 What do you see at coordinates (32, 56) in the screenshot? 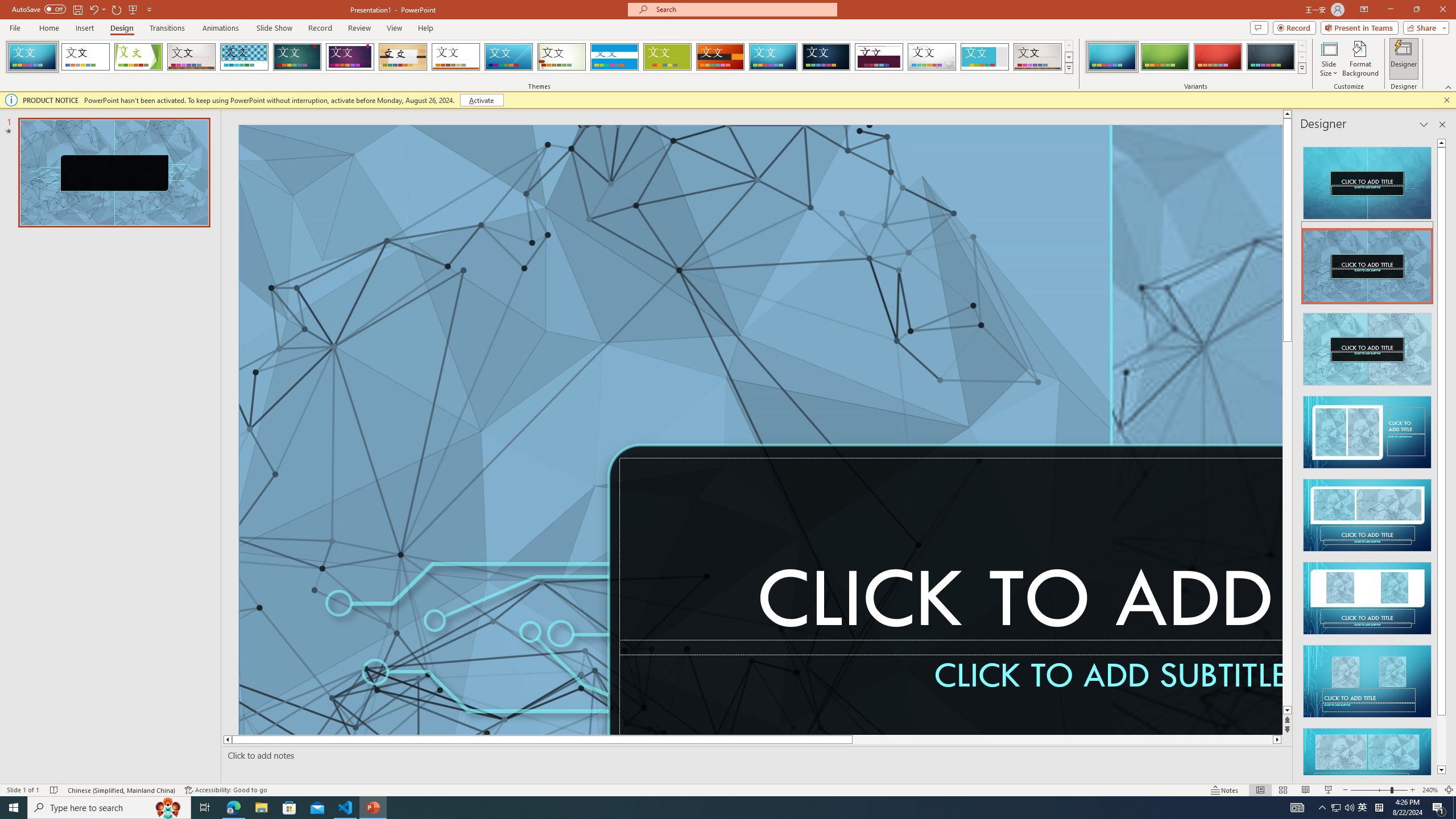
I see `'FadeVTI'` at bounding box center [32, 56].